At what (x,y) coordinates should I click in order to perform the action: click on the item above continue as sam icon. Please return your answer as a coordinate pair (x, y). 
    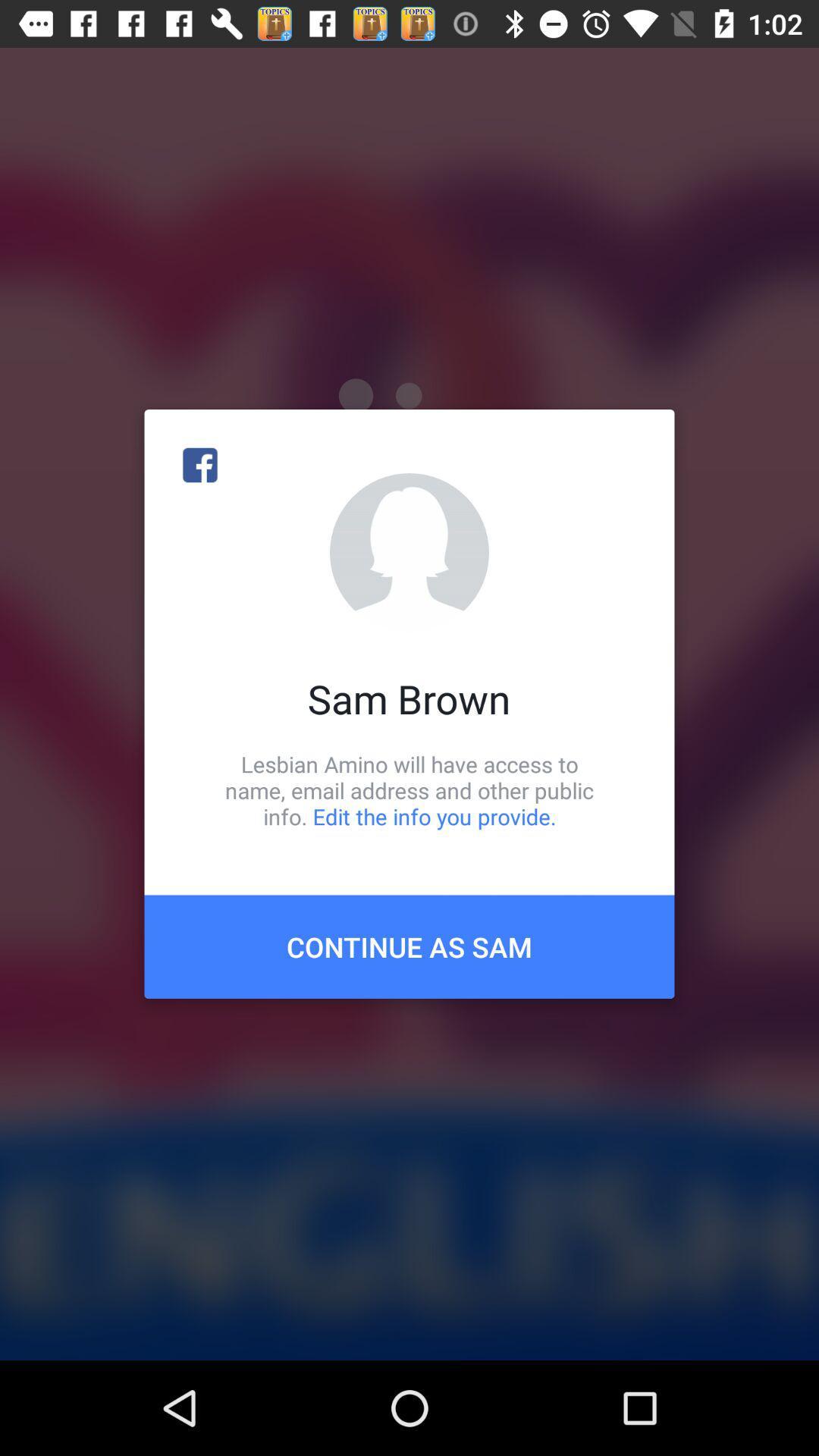
    Looking at the image, I should click on (409, 789).